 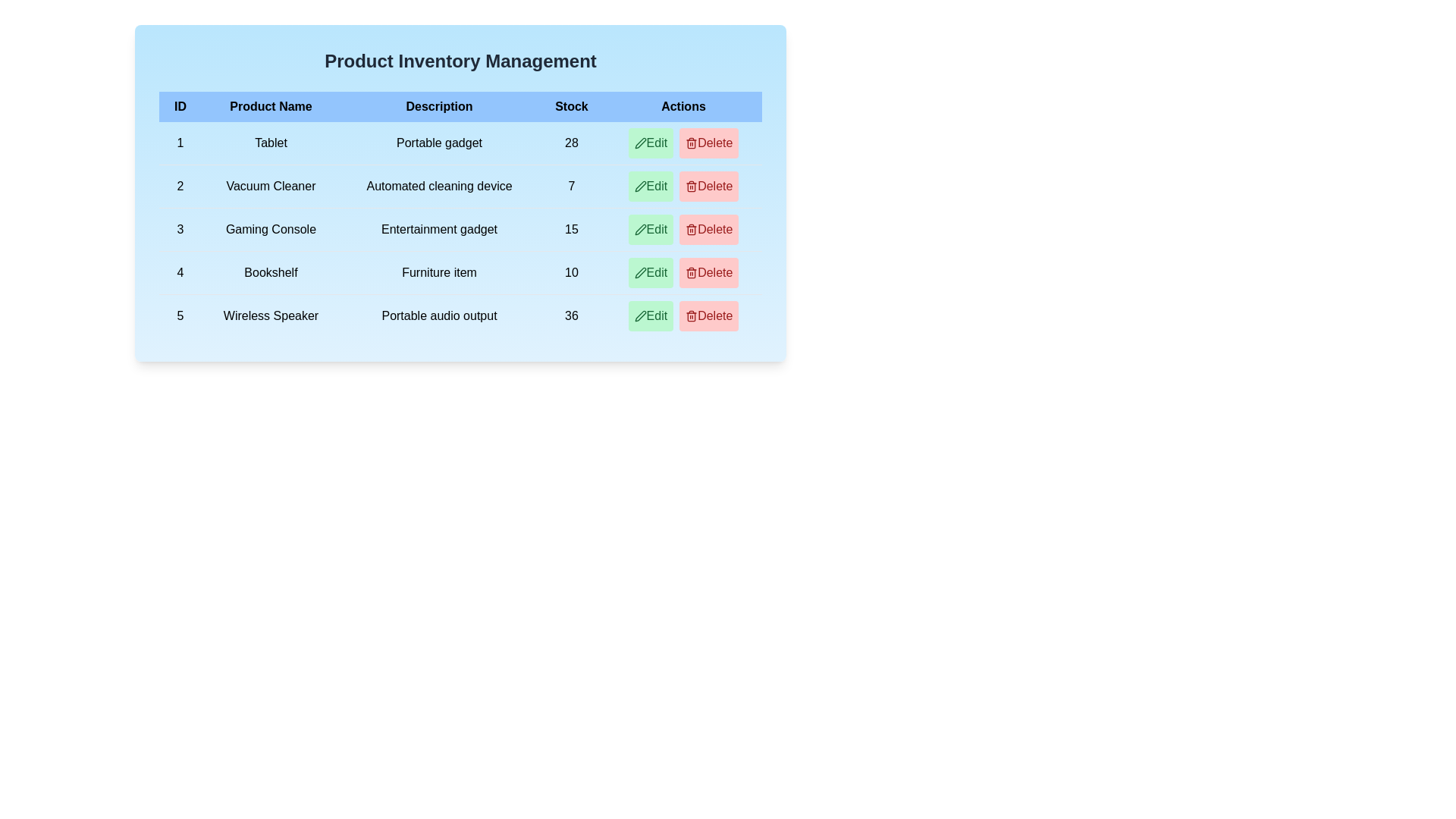 I want to click on the text label displaying the number '2', so click(x=180, y=186).